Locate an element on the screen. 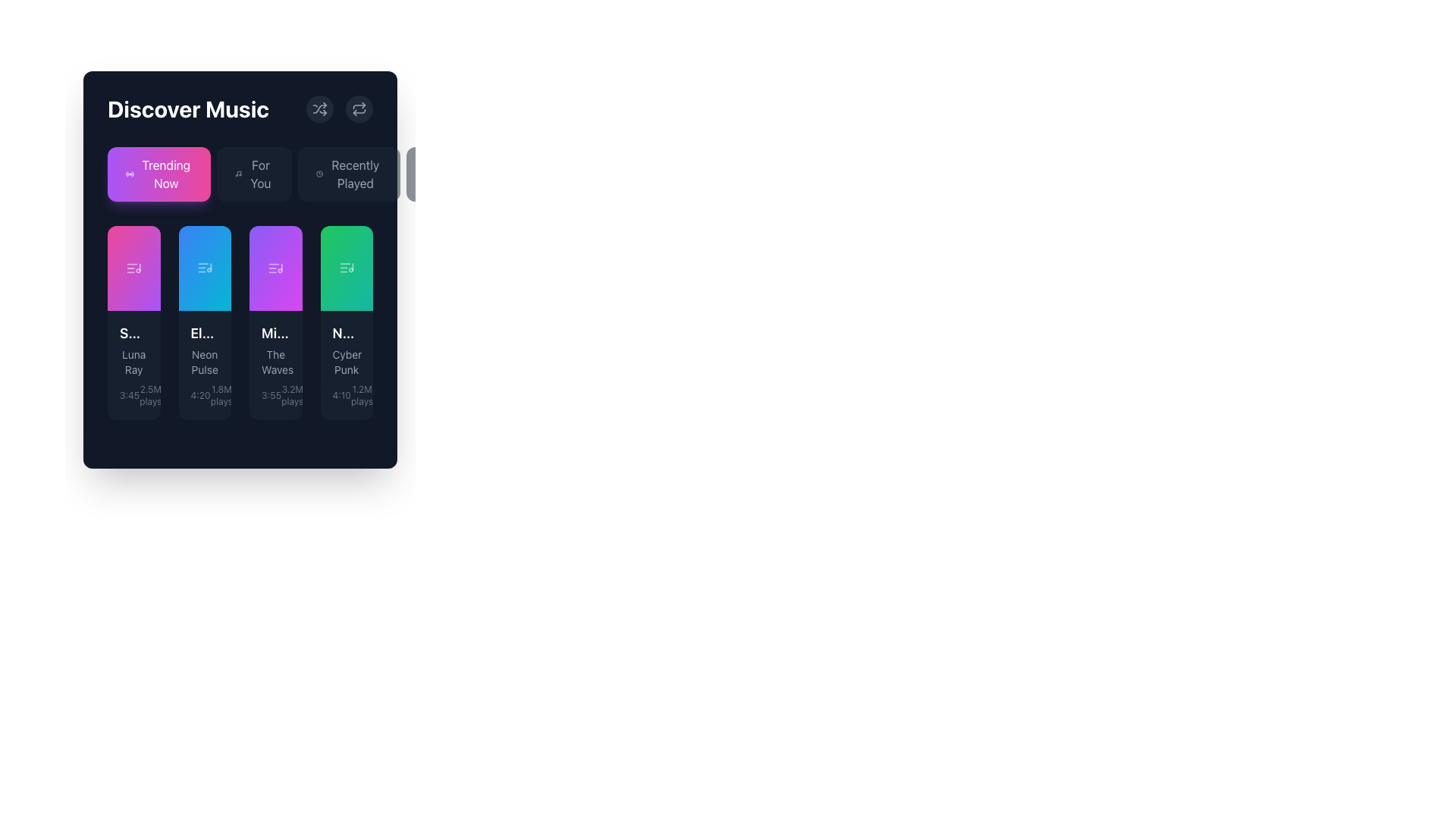 The height and width of the screenshot is (819, 1456). the text label element displaying 'Neon Pulse', which is located below the title 'Electric Dreams' and above the play duration and play count in the 'Discover Music' section is located at coordinates (204, 362).